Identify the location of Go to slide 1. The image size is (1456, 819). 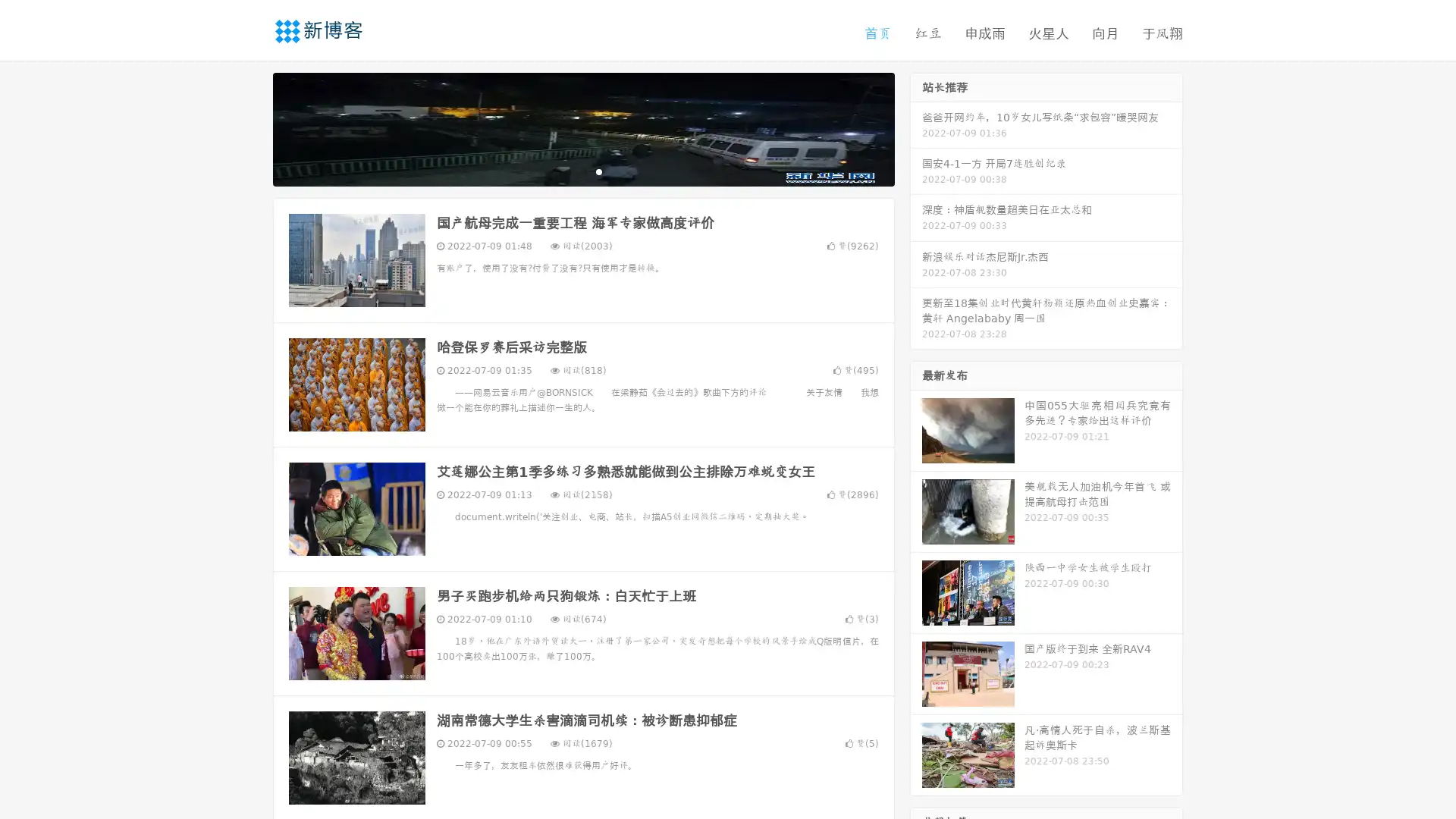
(567, 171).